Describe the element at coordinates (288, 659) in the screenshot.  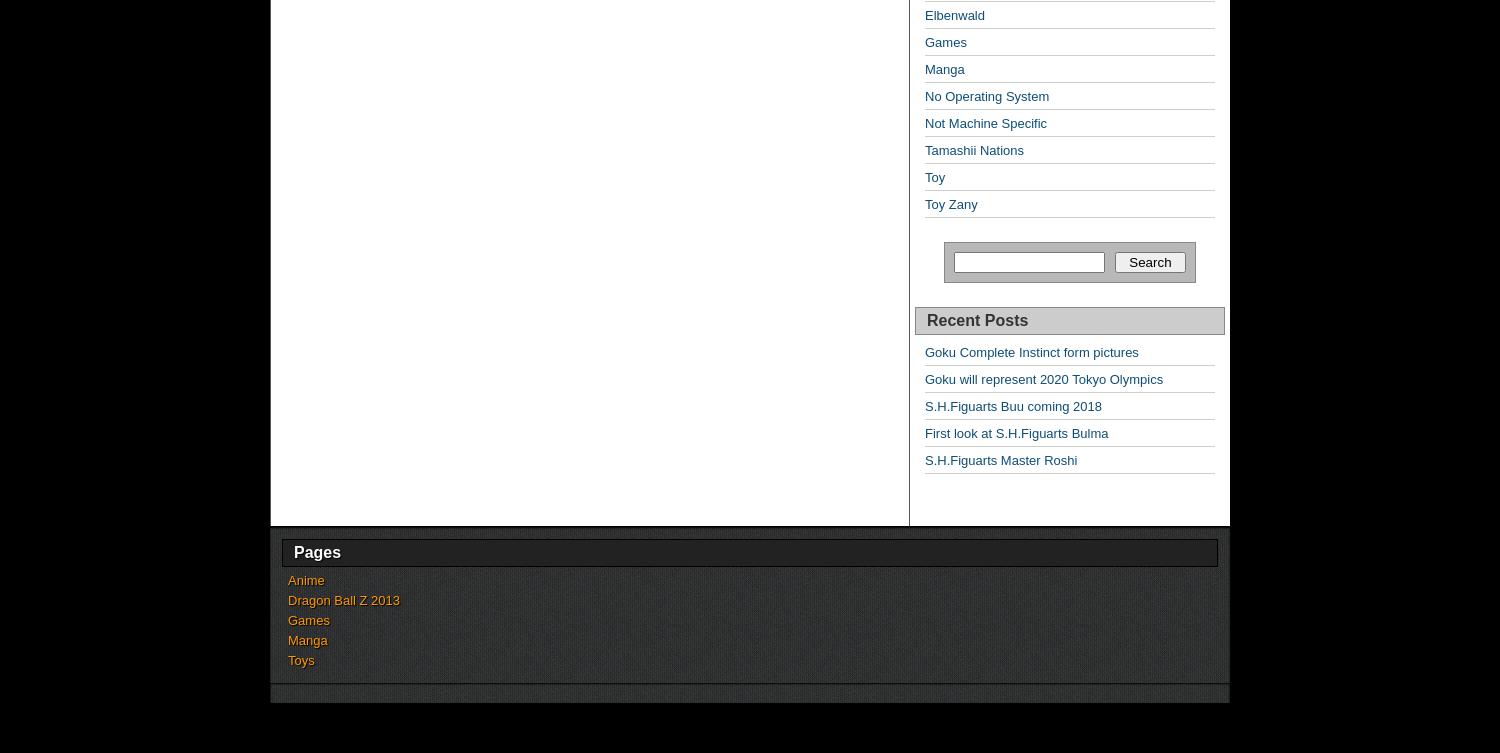
I see `'Toys'` at that location.